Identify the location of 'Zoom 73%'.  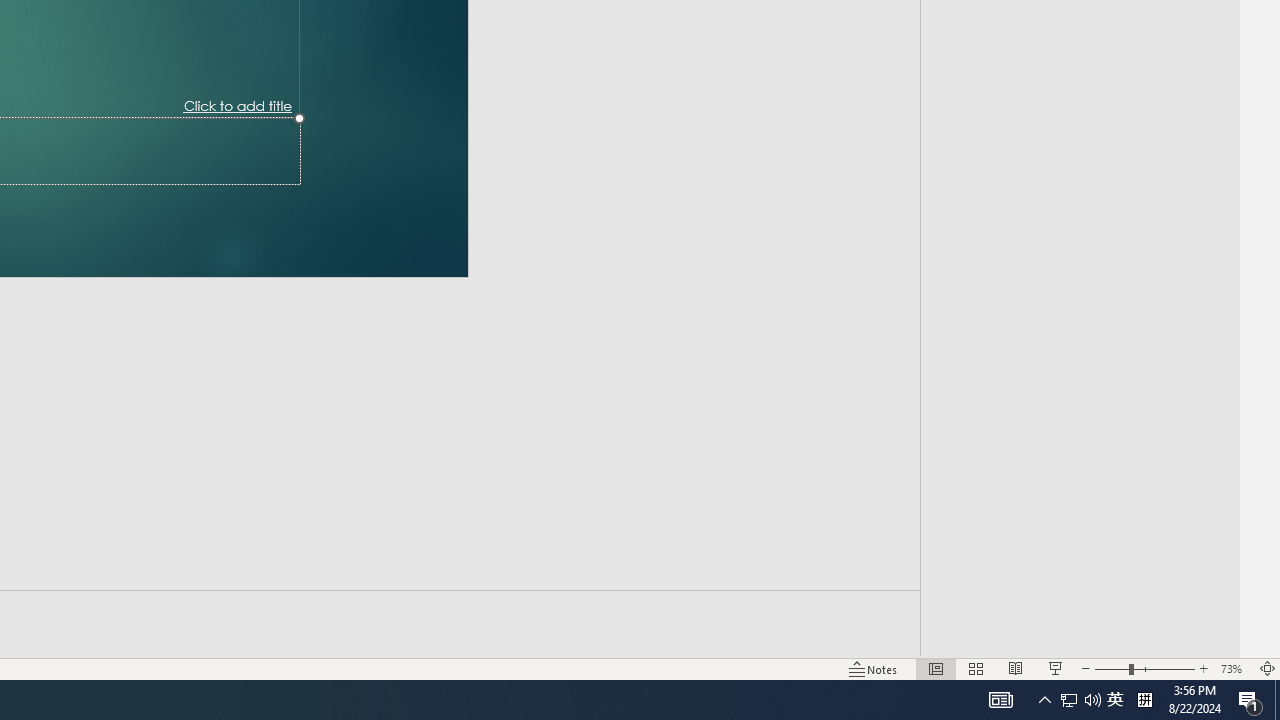
(1233, 669).